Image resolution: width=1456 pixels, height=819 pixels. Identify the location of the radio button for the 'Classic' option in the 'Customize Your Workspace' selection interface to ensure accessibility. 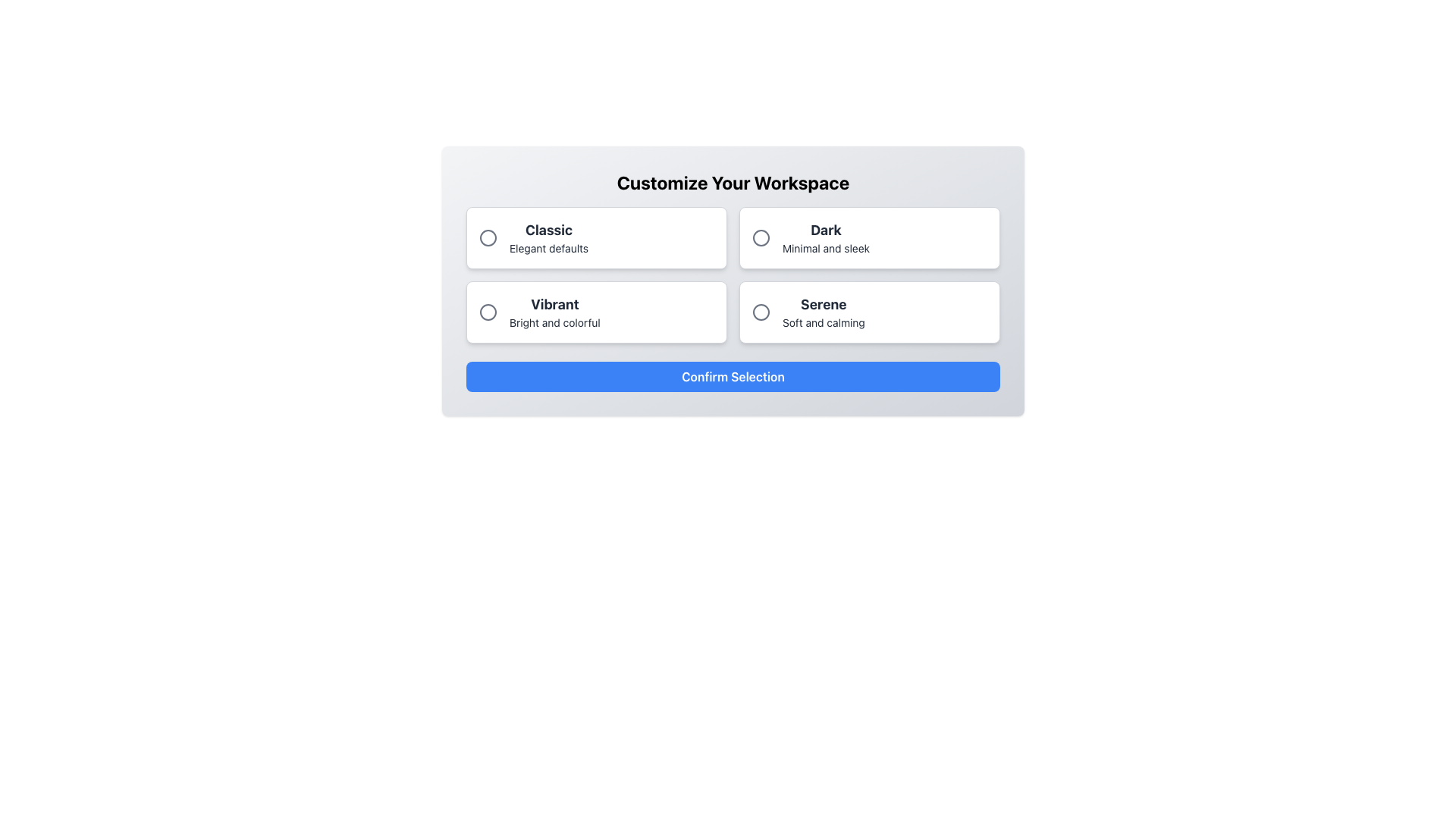
(488, 237).